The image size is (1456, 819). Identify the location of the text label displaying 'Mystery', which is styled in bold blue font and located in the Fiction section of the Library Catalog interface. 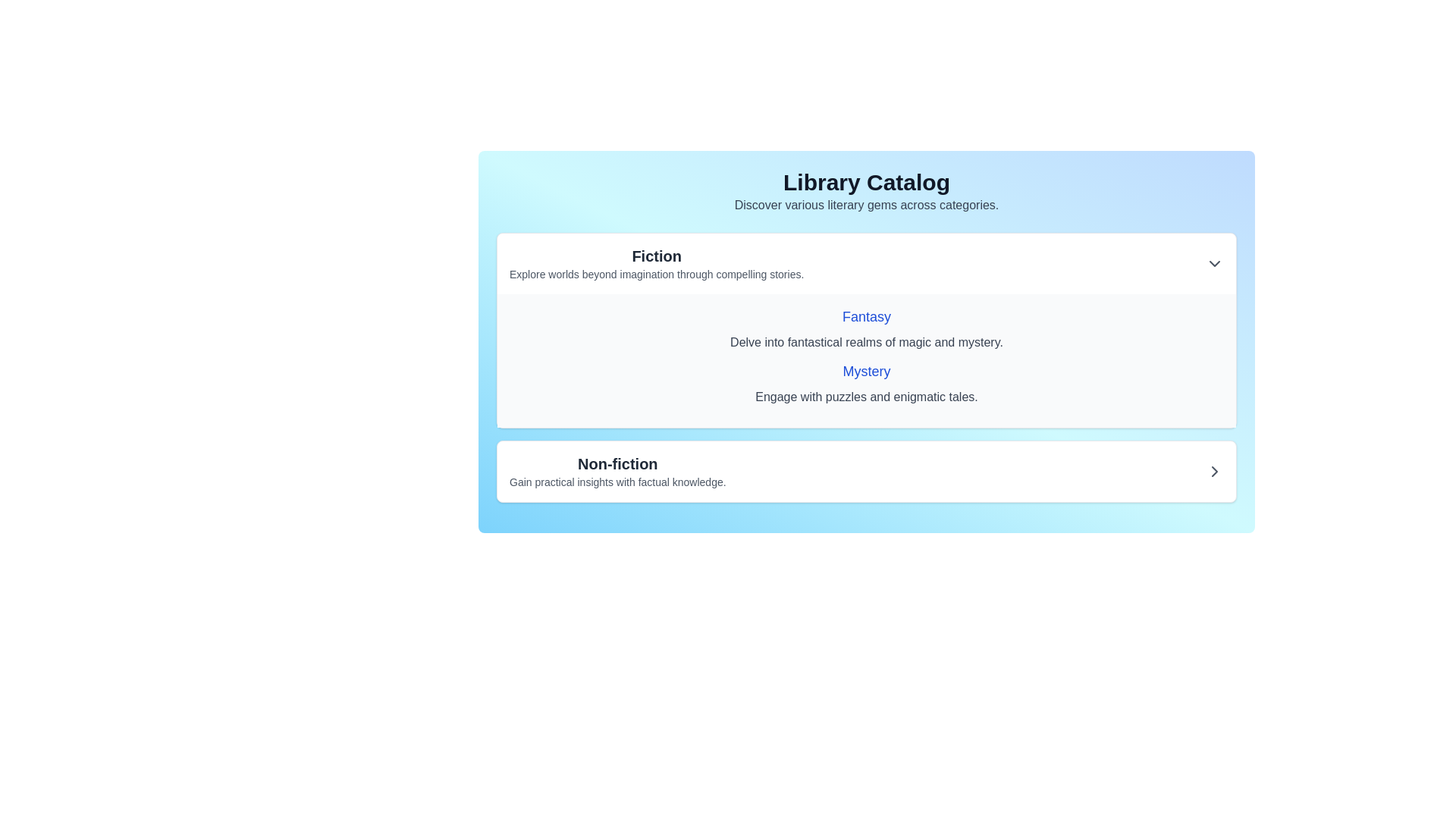
(866, 371).